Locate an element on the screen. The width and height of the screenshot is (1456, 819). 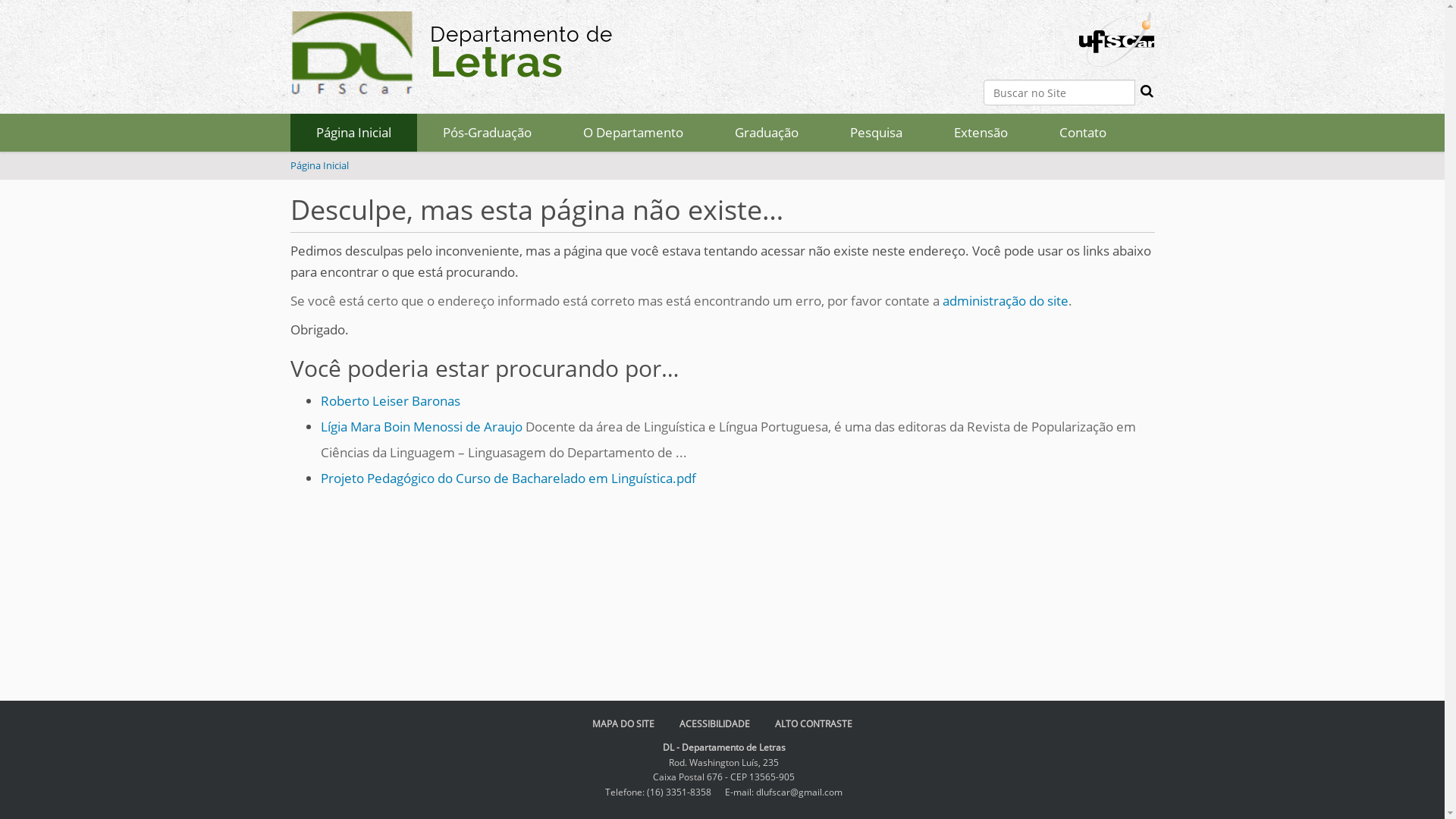
'MAPA DO SITE' is located at coordinates (623, 723).